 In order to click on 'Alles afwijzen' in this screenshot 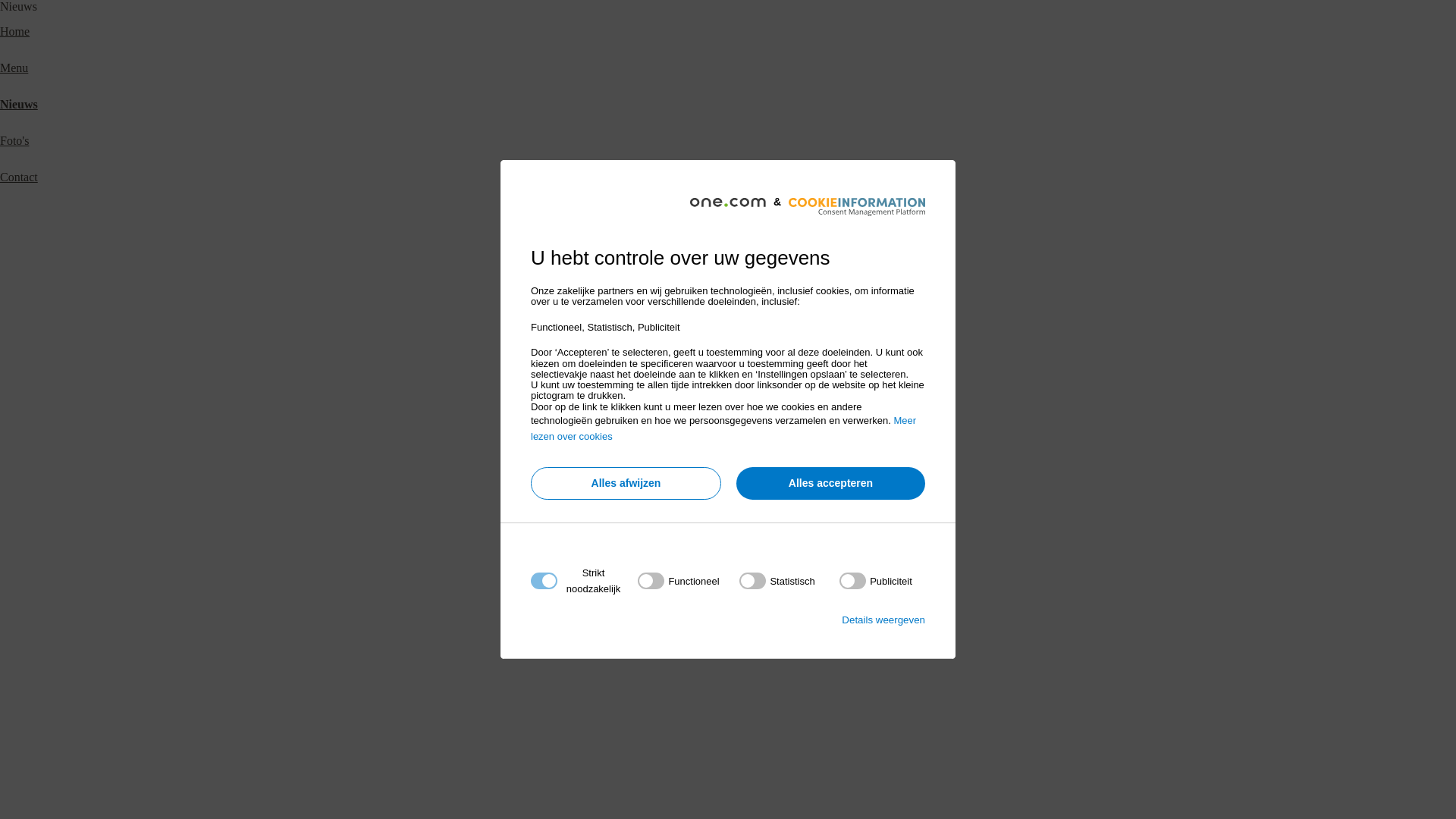, I will do `click(626, 483)`.